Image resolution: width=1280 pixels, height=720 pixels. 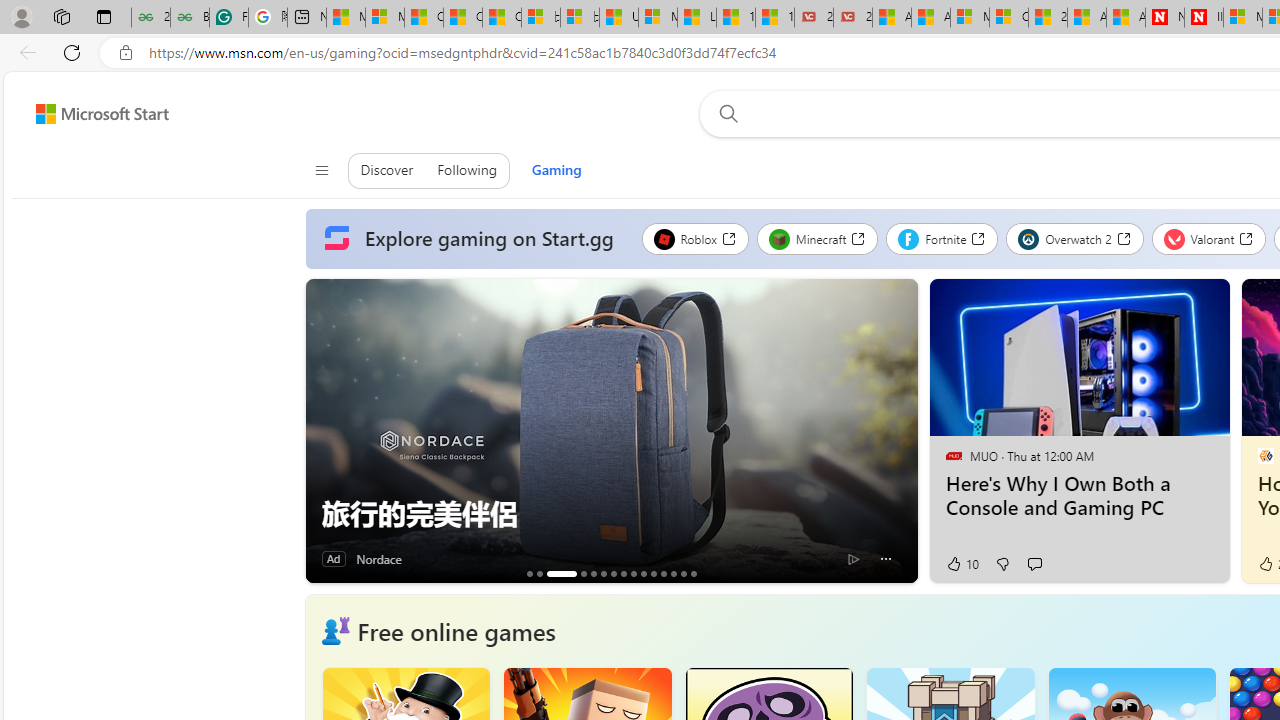 I want to click on 'AutomationID: tab_nativead-infopane-14', so click(x=683, y=573).